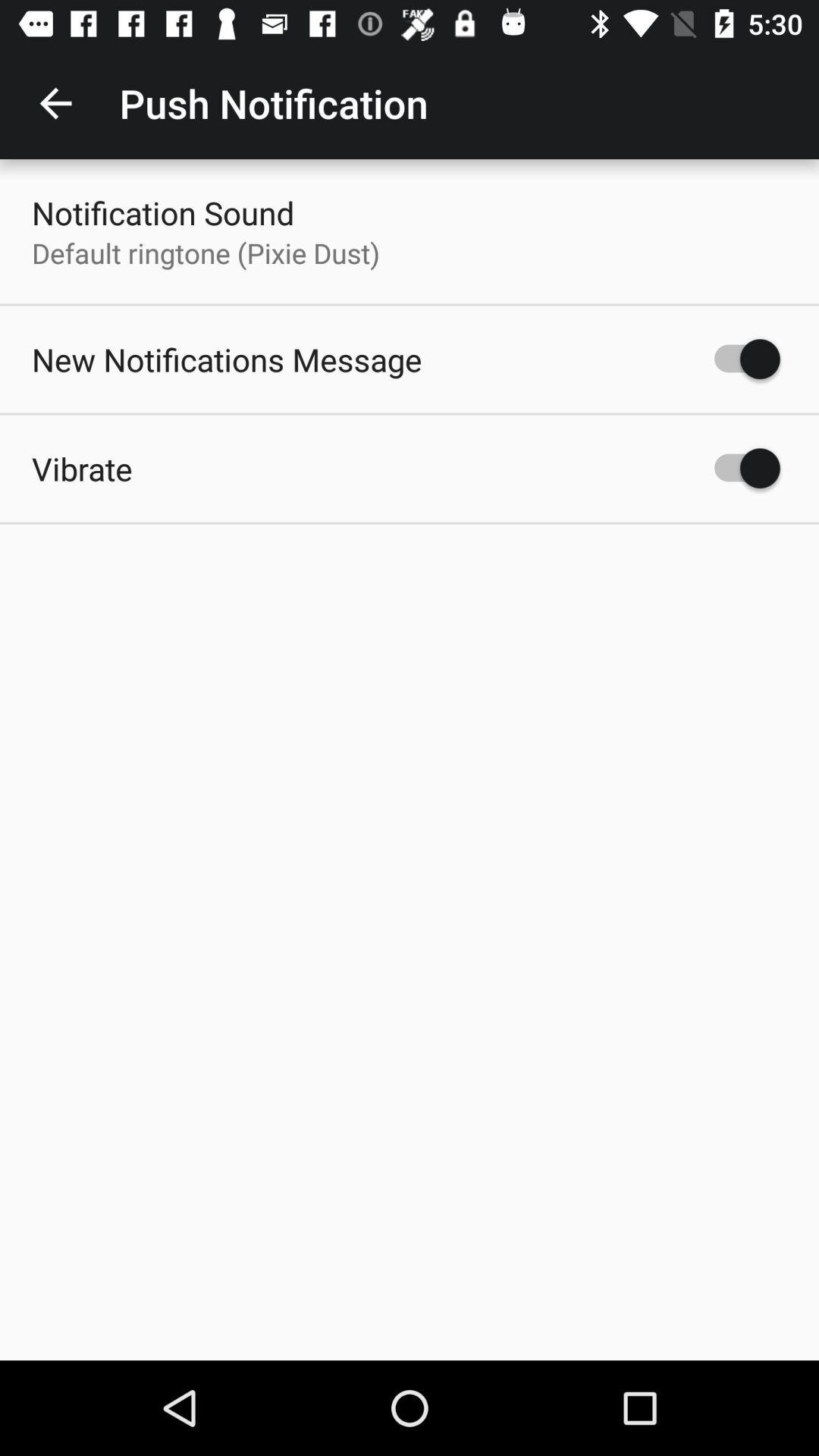 The image size is (819, 1456). I want to click on item next to the push notification, so click(55, 102).